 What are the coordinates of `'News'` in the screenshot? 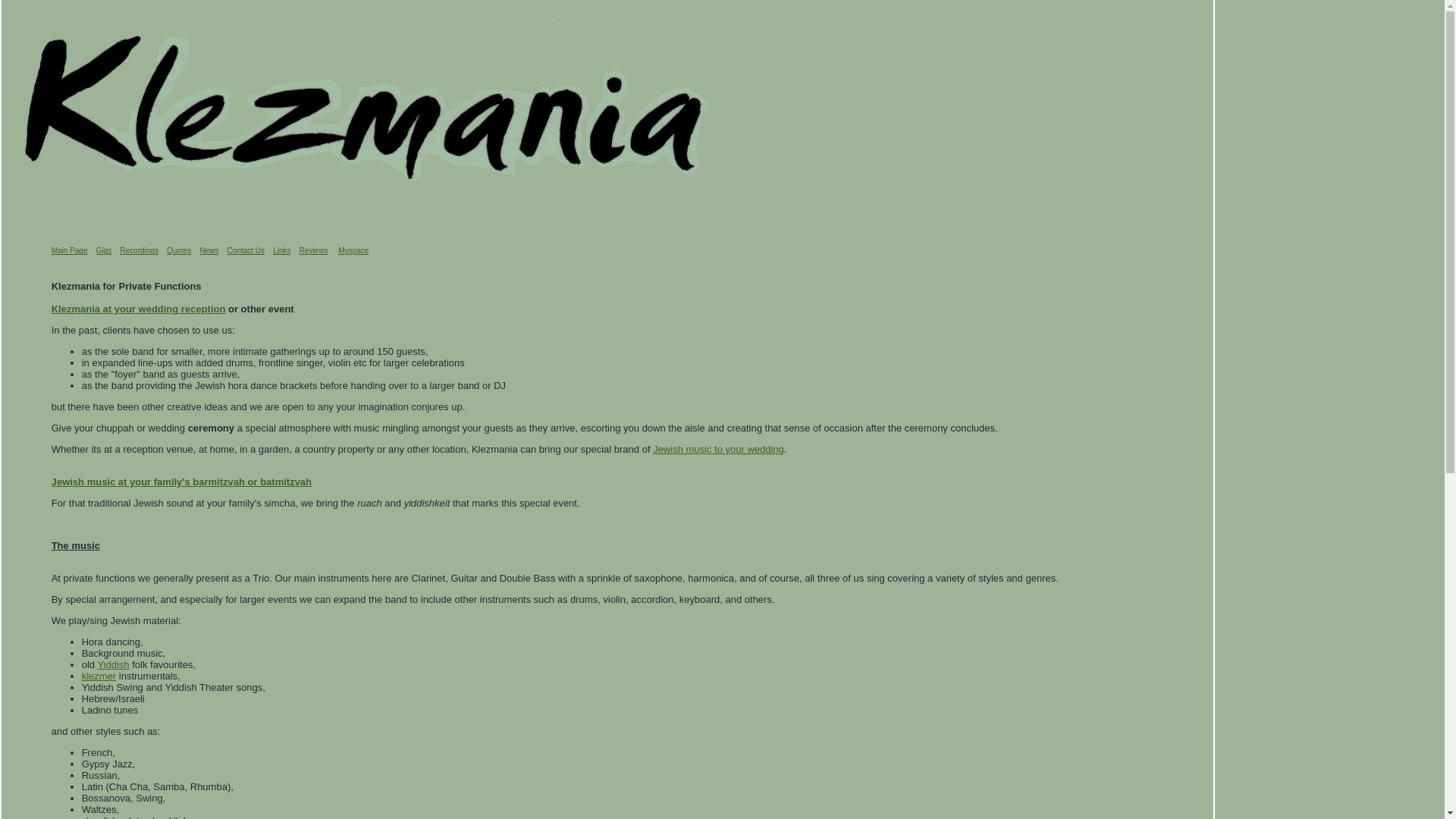 It's located at (208, 249).